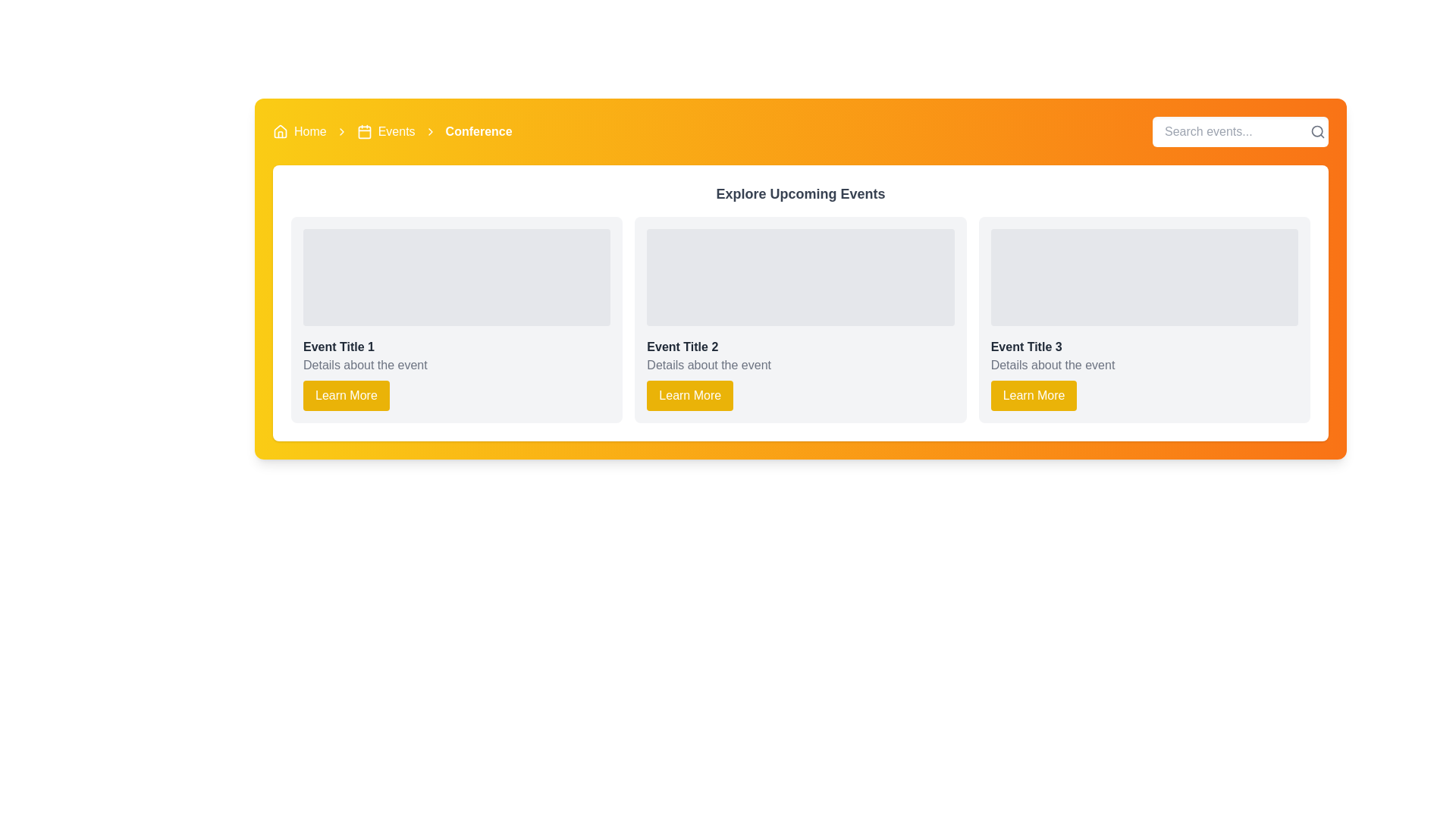 This screenshot has width=1456, height=819. What do you see at coordinates (1052, 366) in the screenshot?
I see `the static text element that provides additional information regarding the event, positioned below 'Event Title 3' and above the 'Learn More' button` at bounding box center [1052, 366].